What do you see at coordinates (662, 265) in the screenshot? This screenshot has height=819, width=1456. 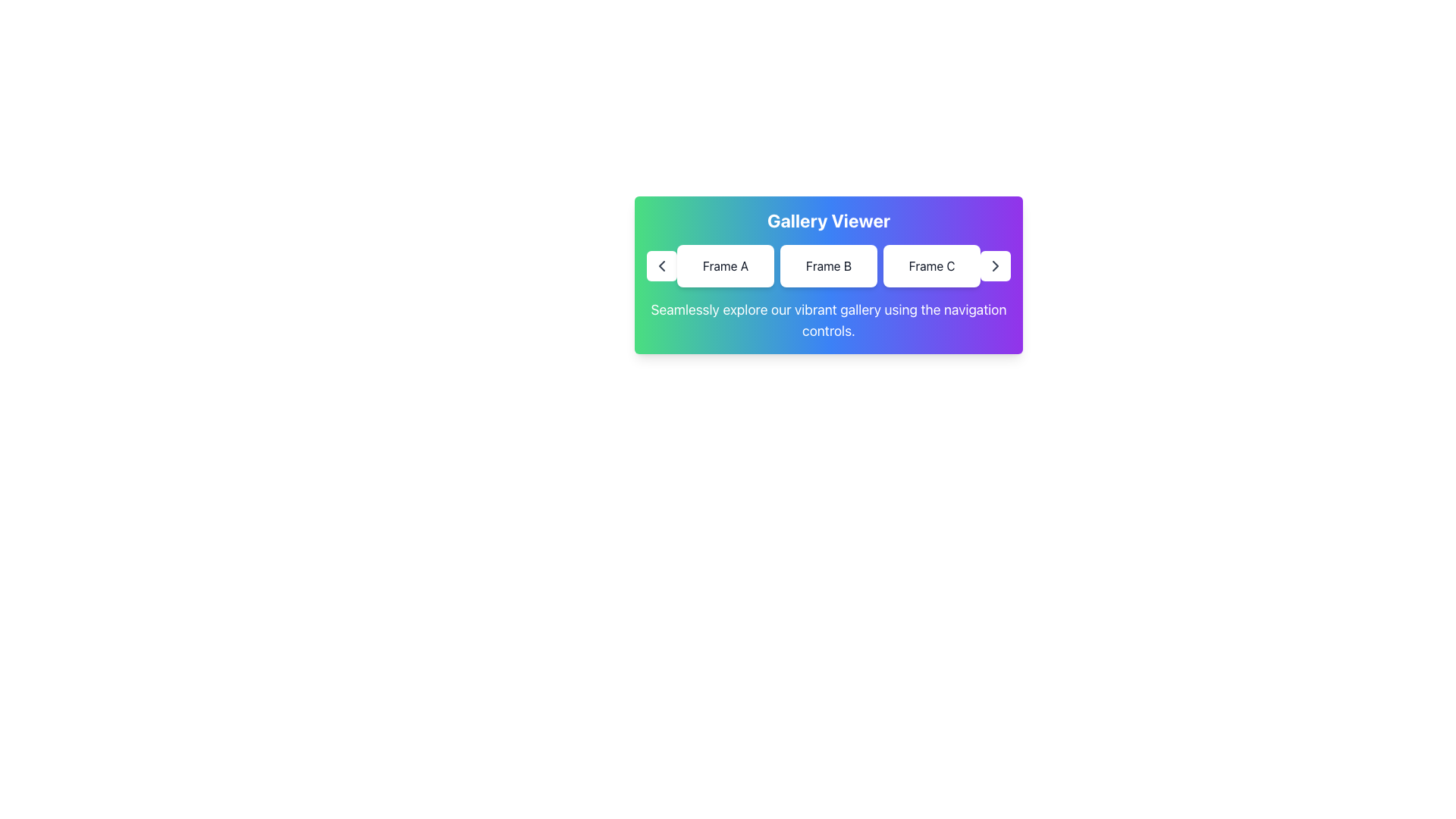 I see `the navigation icon located in the top-left corner of the gallery interface` at bounding box center [662, 265].